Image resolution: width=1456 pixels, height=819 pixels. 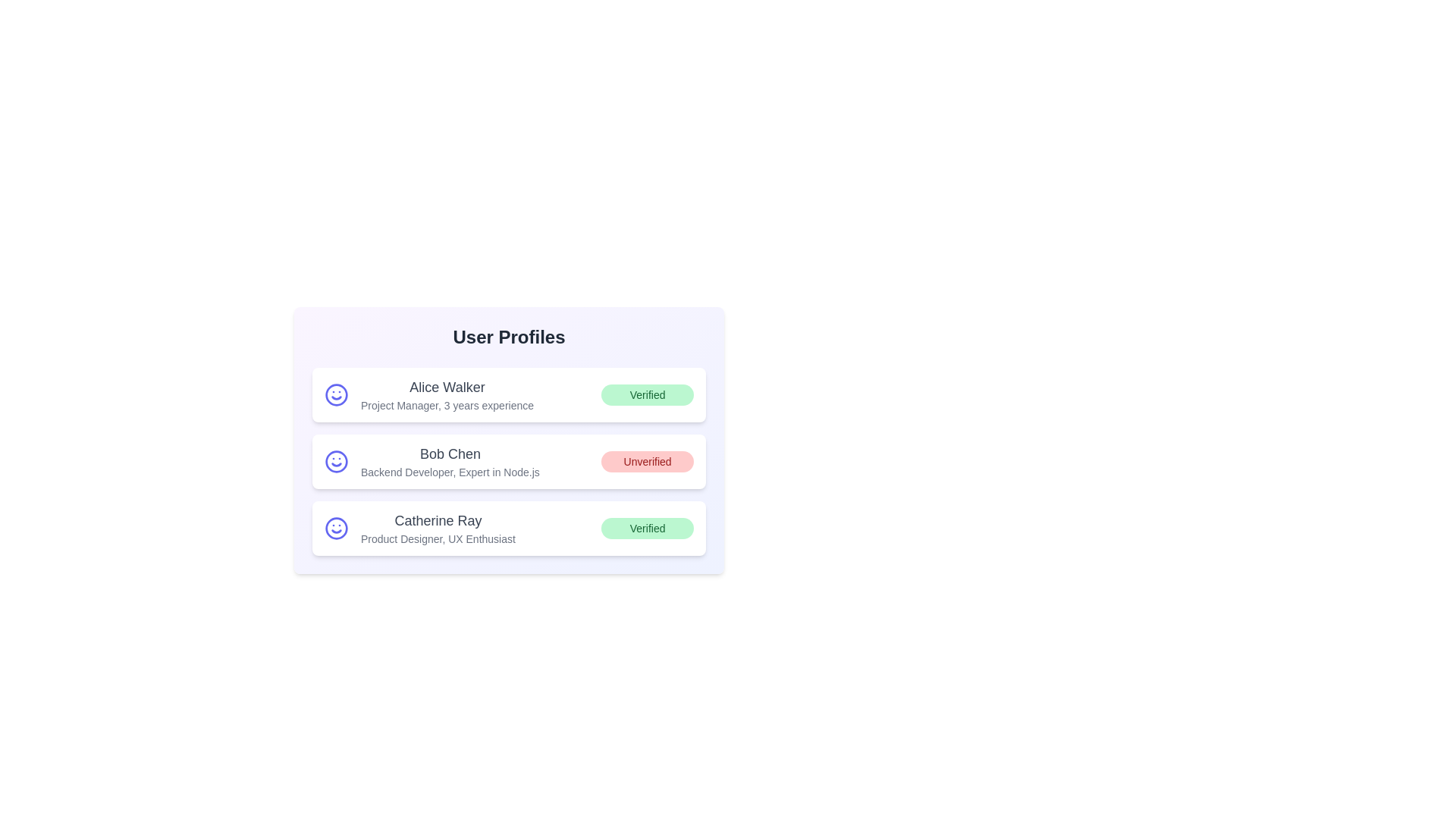 What do you see at coordinates (359, 376) in the screenshot?
I see `the text corresponding to Alice Walker` at bounding box center [359, 376].